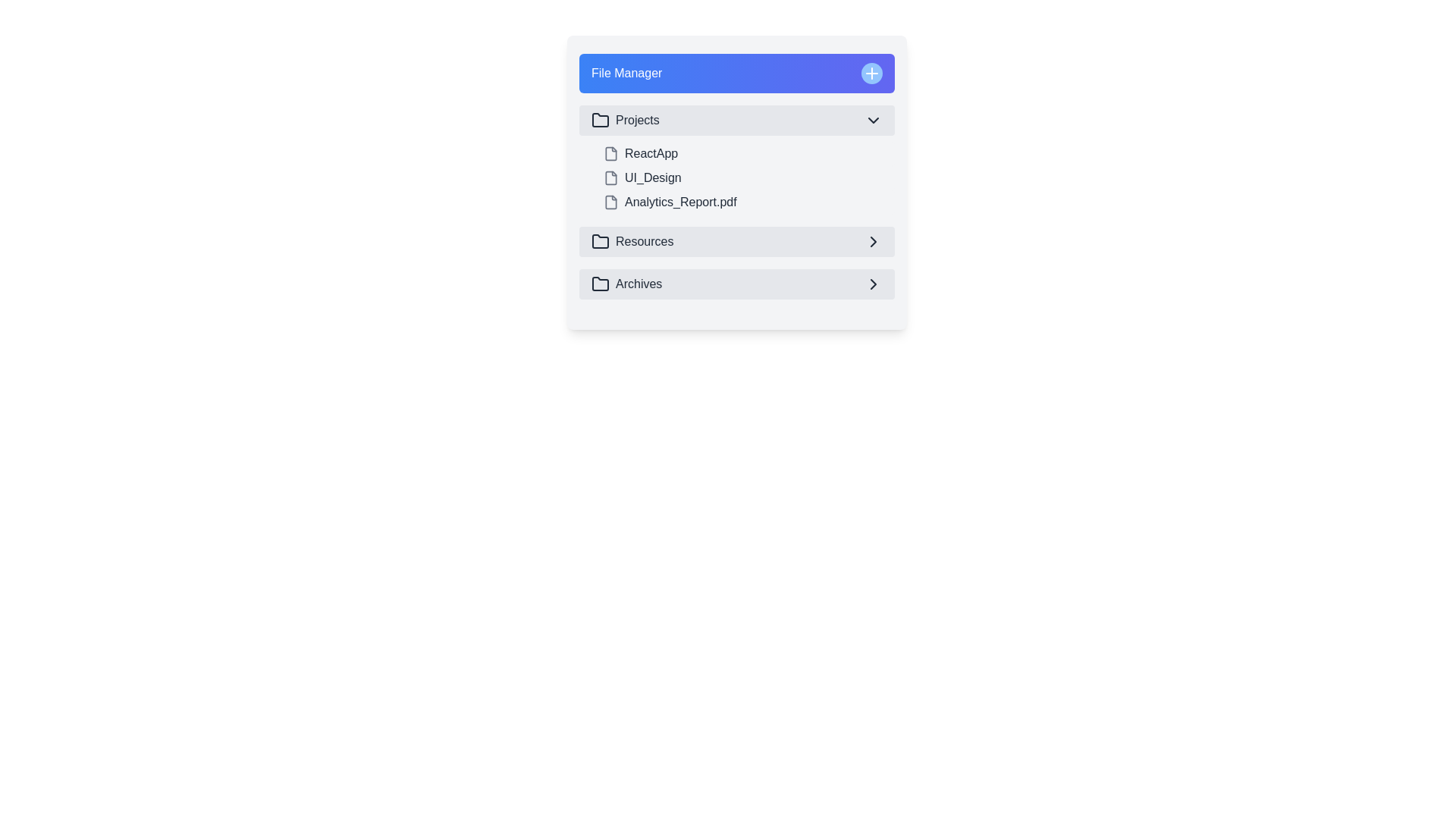 Image resolution: width=1456 pixels, height=819 pixels. Describe the element at coordinates (611, 154) in the screenshot. I see `the small, square-shaped icon resembling a sheet of paper with a folded corner, located directly to the left of the 'ReactApp' text` at that location.